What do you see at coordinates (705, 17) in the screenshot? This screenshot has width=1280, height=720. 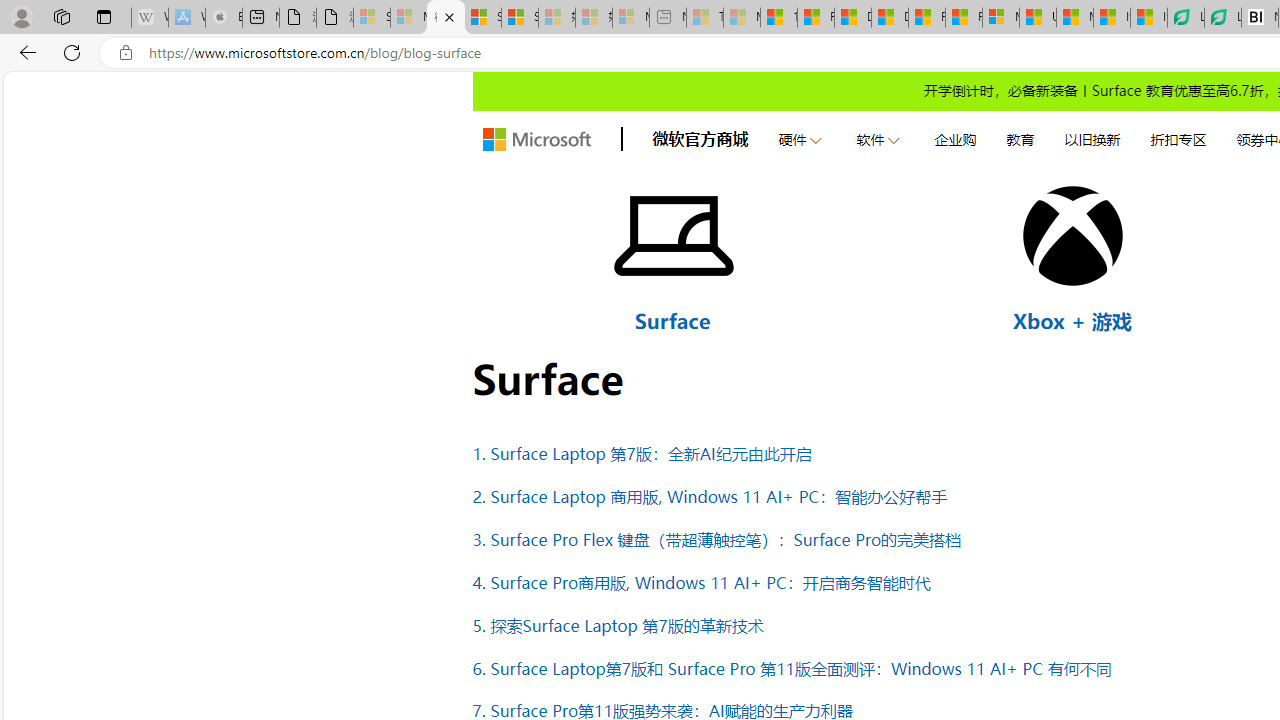 I see `'Top Stories - MSN - Sleeping'` at bounding box center [705, 17].